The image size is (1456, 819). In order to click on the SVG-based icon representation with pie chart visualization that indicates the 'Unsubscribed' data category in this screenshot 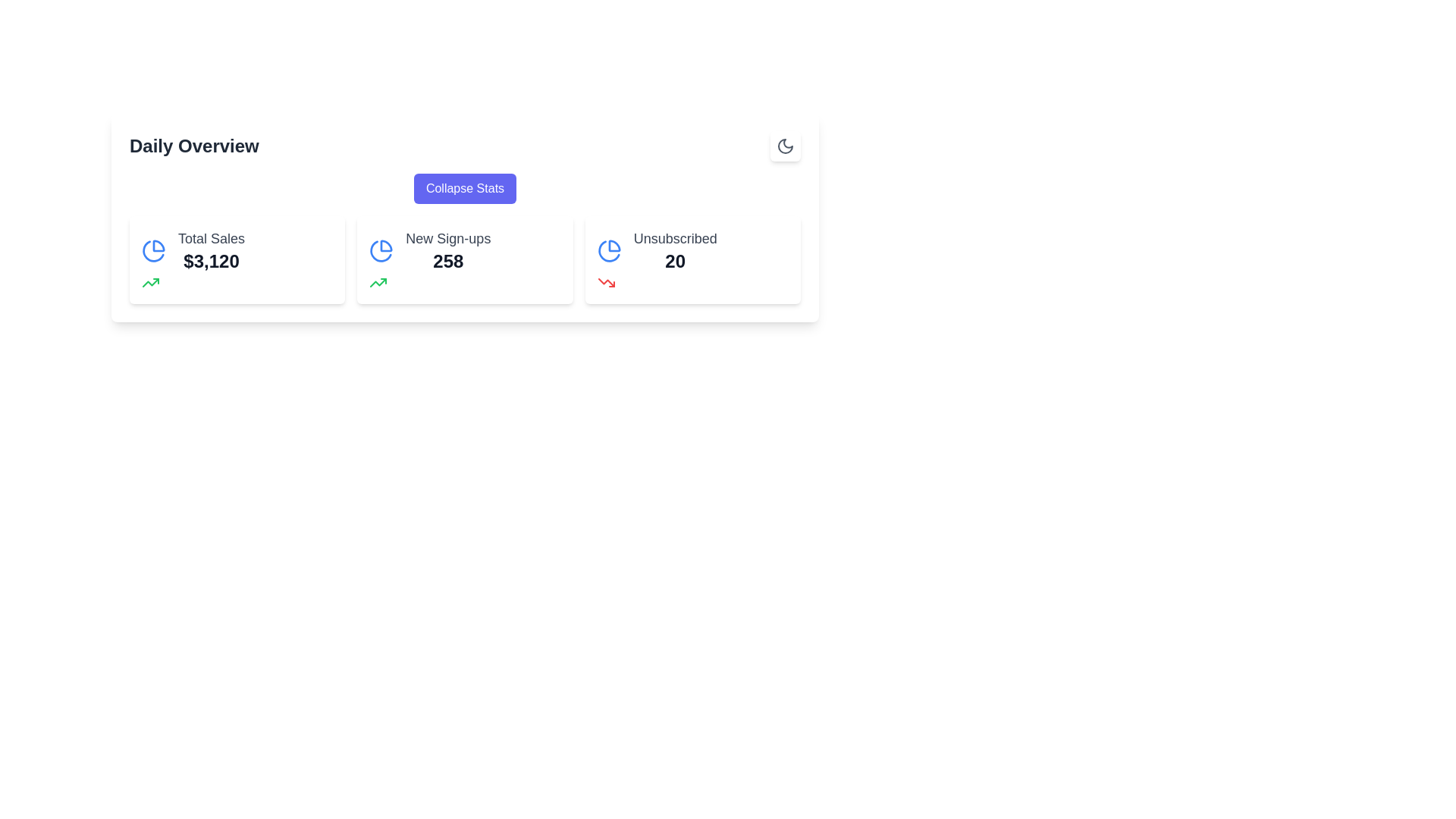, I will do `click(609, 250)`.